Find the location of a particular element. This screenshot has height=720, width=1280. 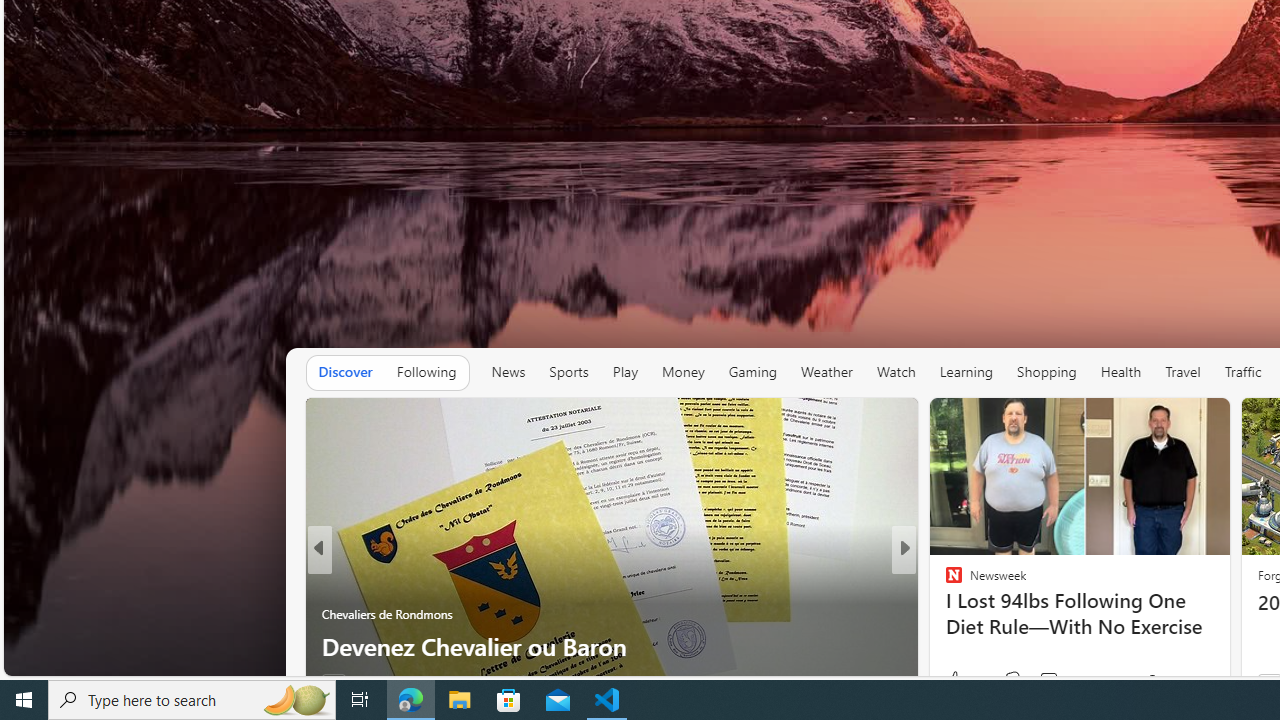

'View comments 18 Comment' is located at coordinates (1044, 680).